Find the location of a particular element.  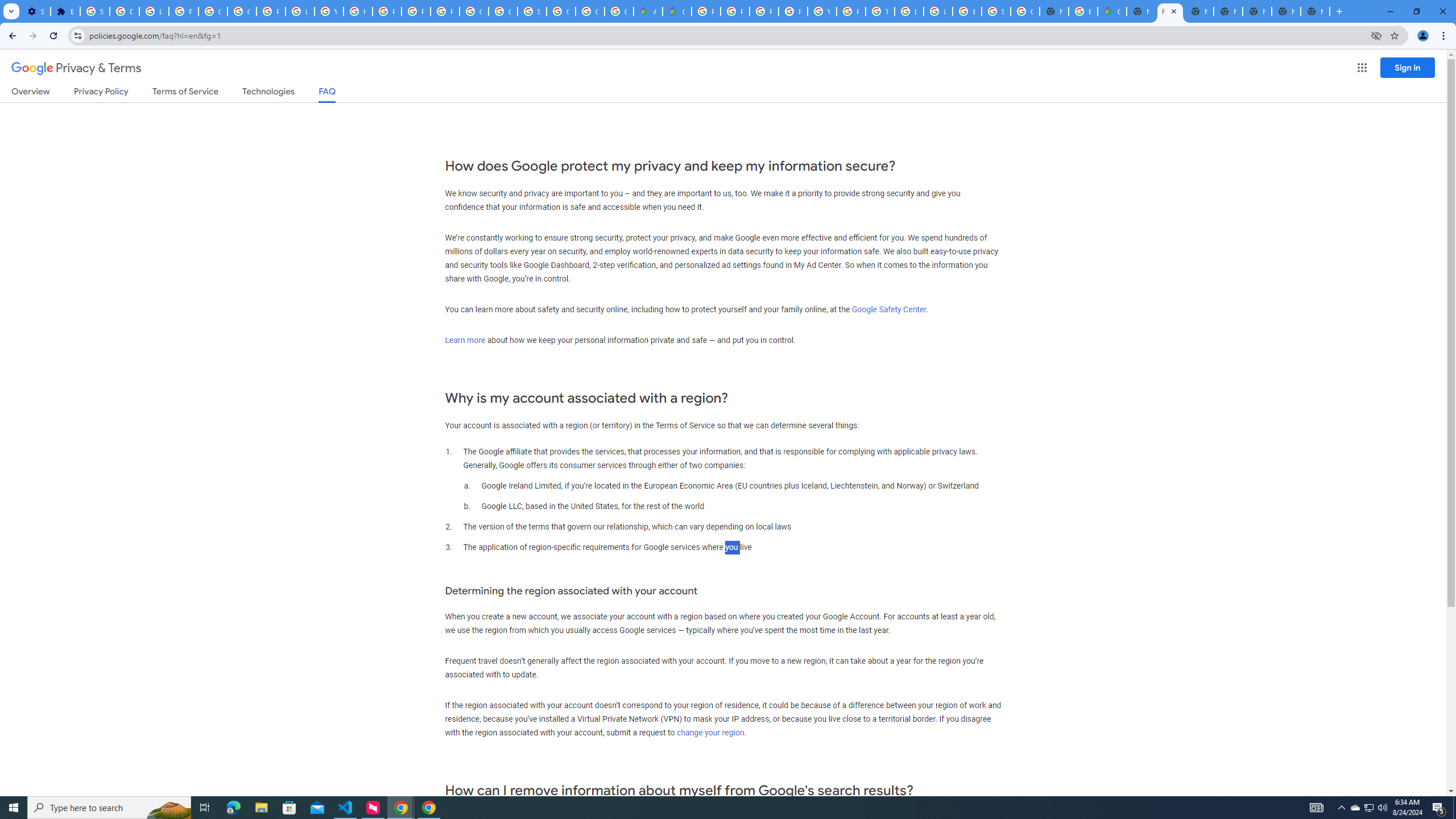

'Privacy Help Center - Policies Help' is located at coordinates (734, 11).